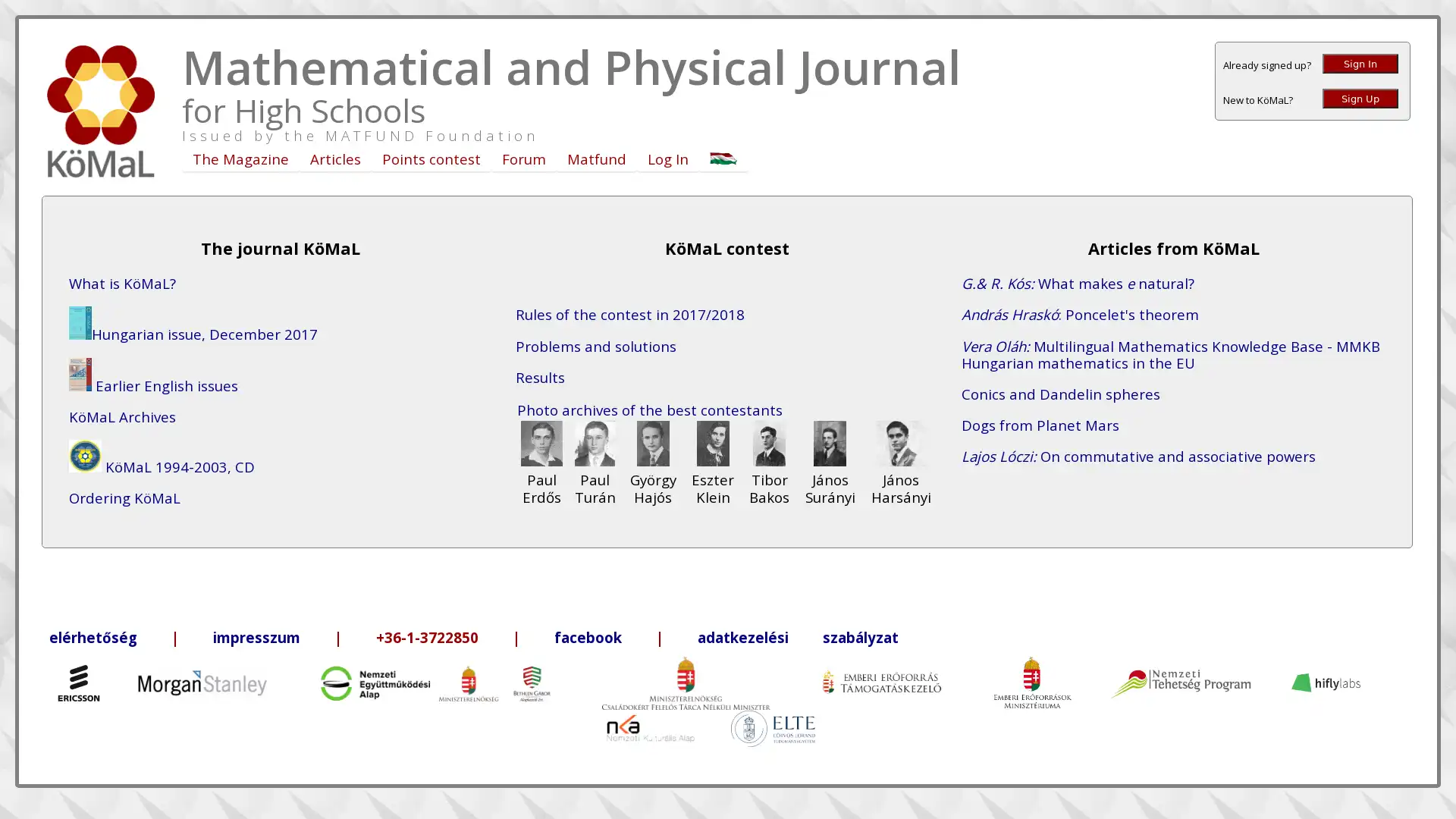 This screenshot has height=819, width=1456. Describe the element at coordinates (1360, 63) in the screenshot. I see `Sign In` at that location.